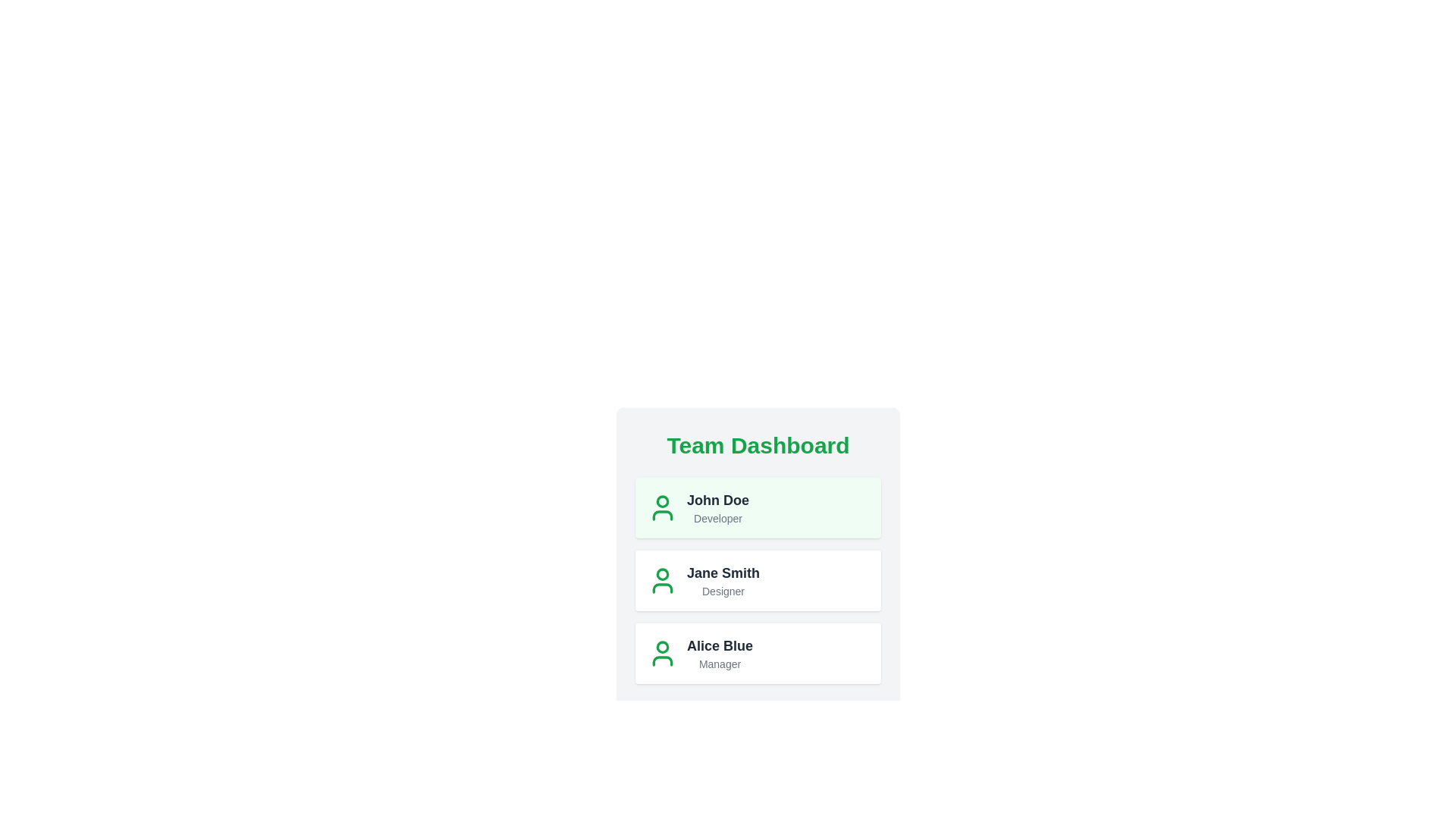 The width and height of the screenshot is (1456, 819). I want to click on the 'John Doe' text component within the topmost card of the 'Team Dashboard' section for interaction, so click(717, 508).